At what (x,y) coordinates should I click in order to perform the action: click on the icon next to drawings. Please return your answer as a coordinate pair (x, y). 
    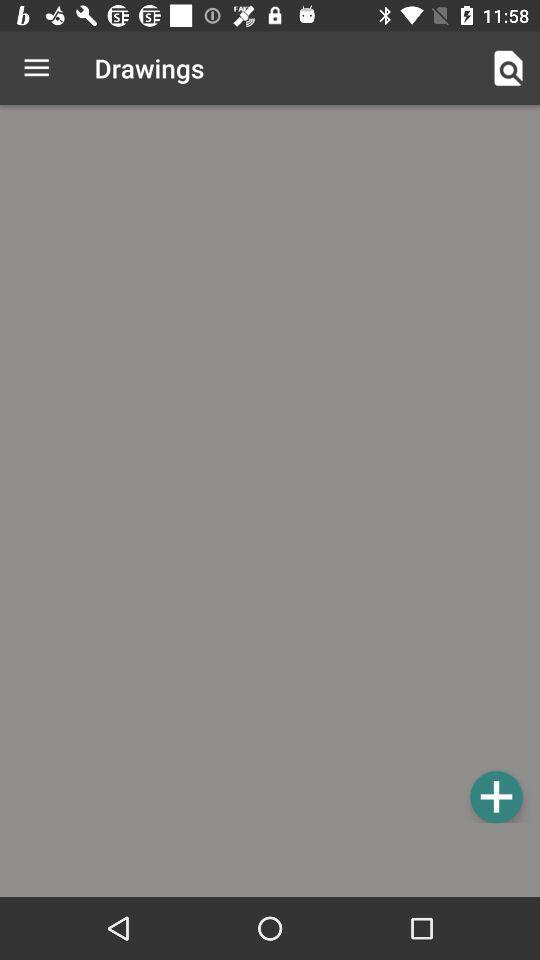
    Looking at the image, I should click on (508, 68).